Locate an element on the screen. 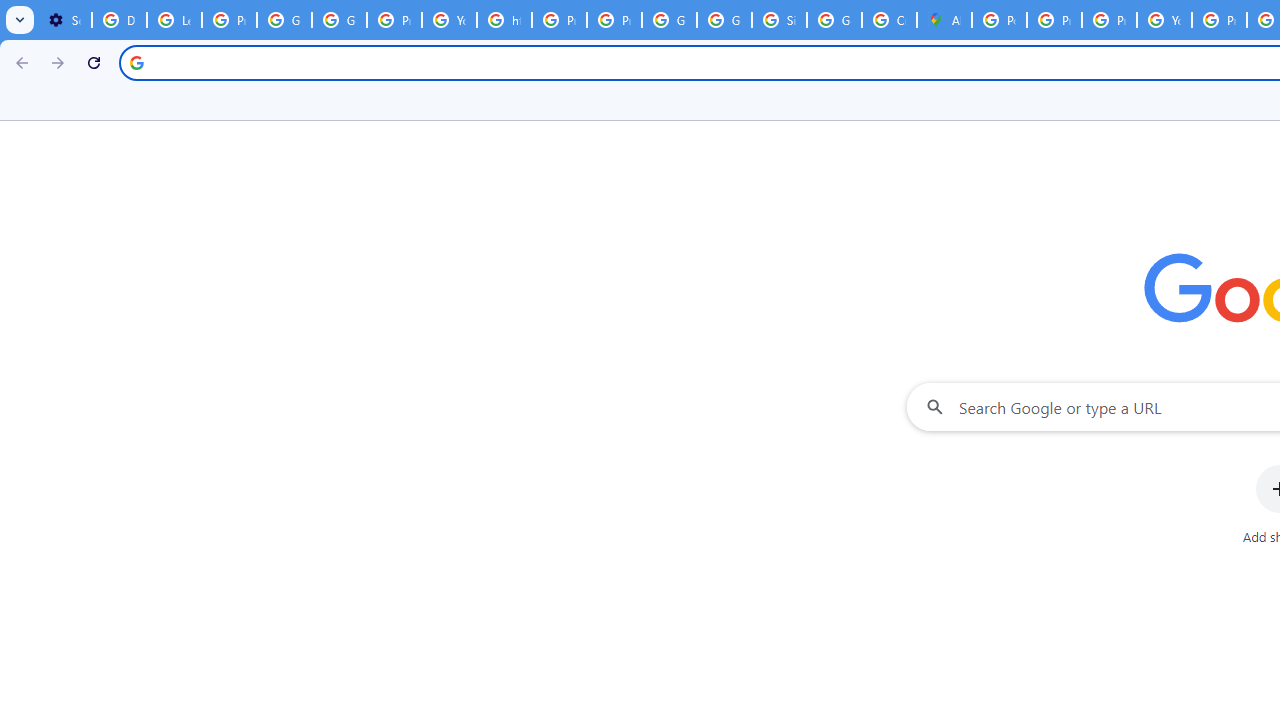  'Delete photos & videos - Computer - Google Photos Help' is located at coordinates (118, 20).